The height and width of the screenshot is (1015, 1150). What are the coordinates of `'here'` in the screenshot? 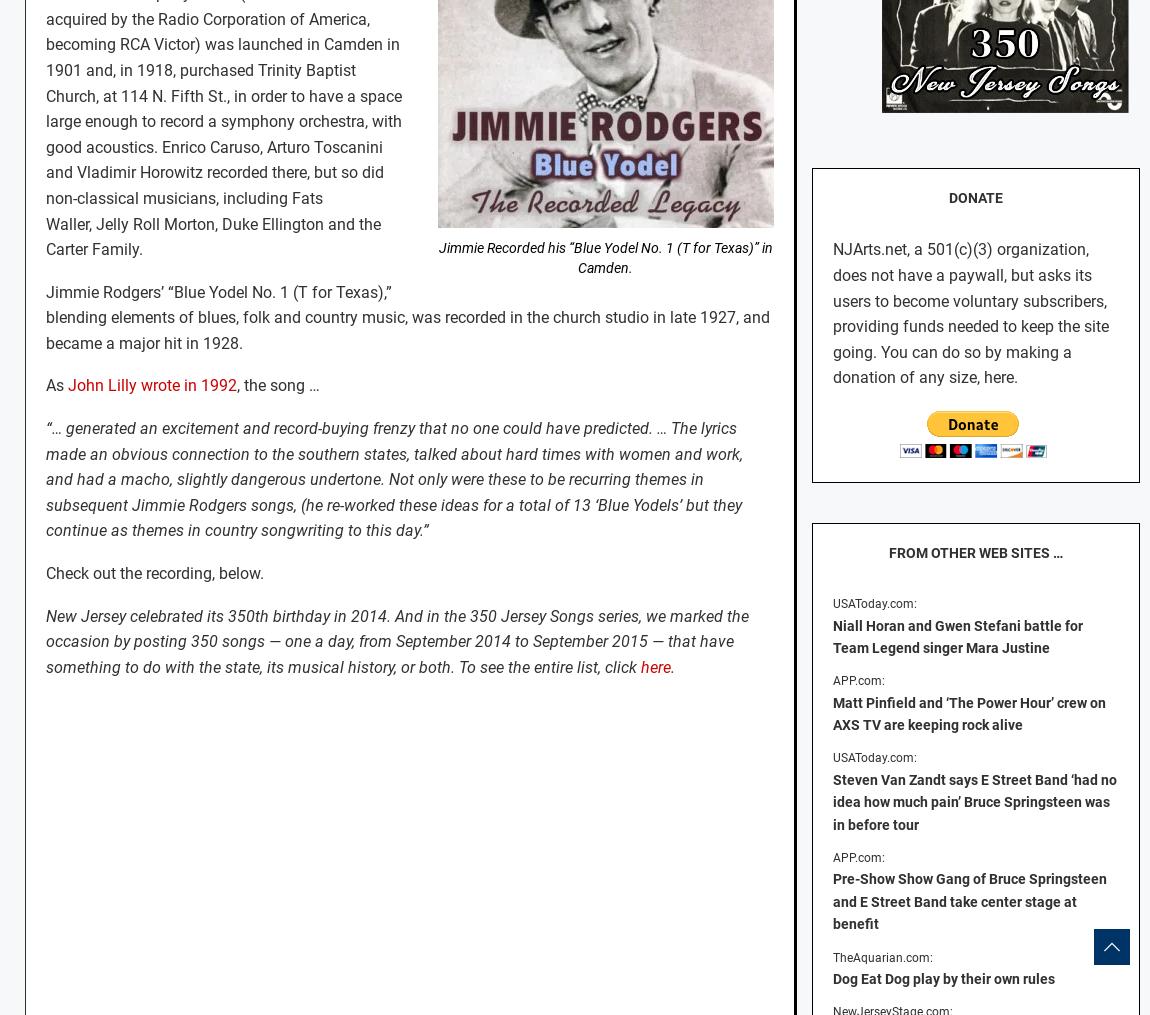 It's located at (654, 666).